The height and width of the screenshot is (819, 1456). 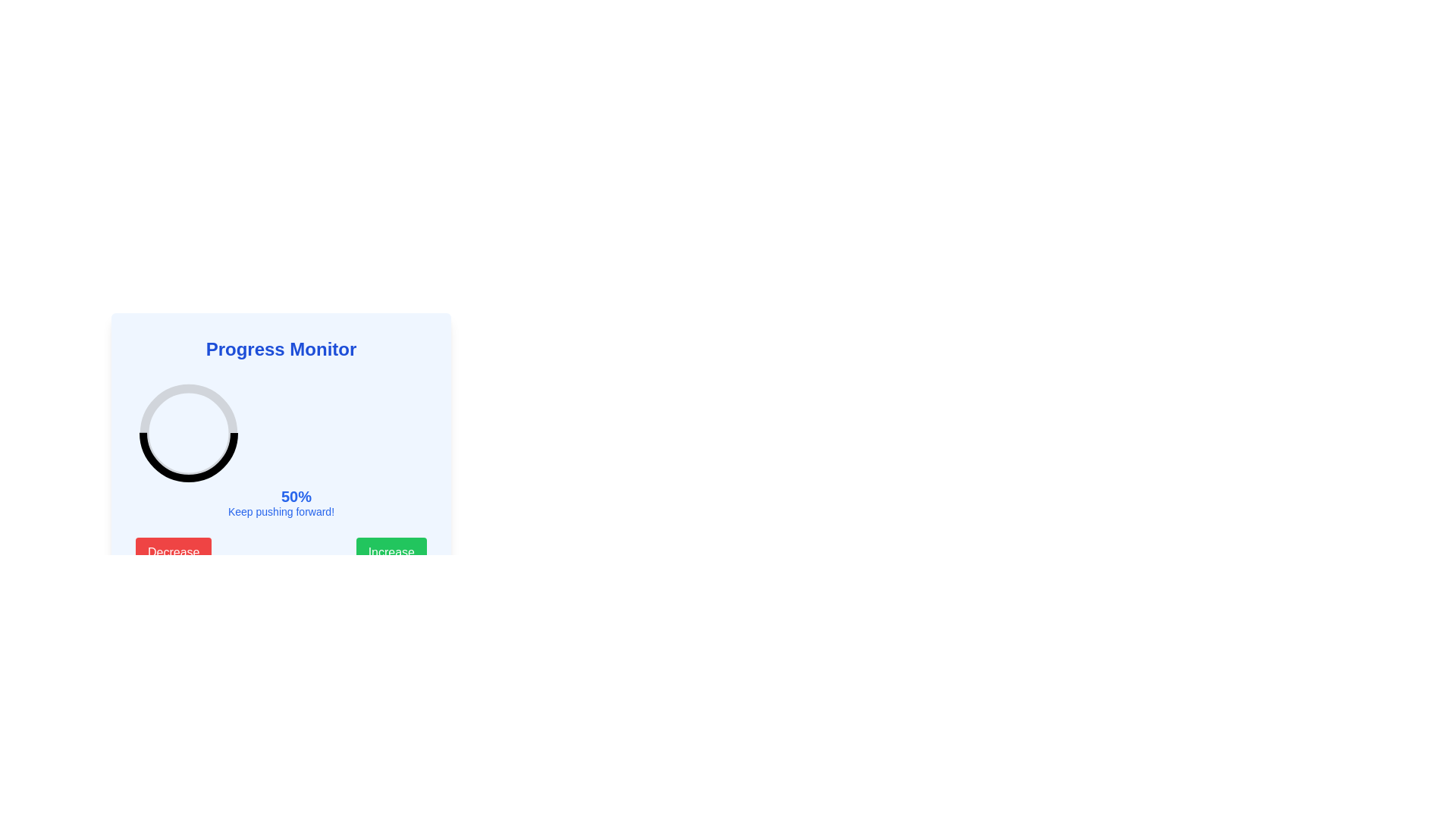 What do you see at coordinates (174, 553) in the screenshot?
I see `the red 'Decrease' button with white text` at bounding box center [174, 553].